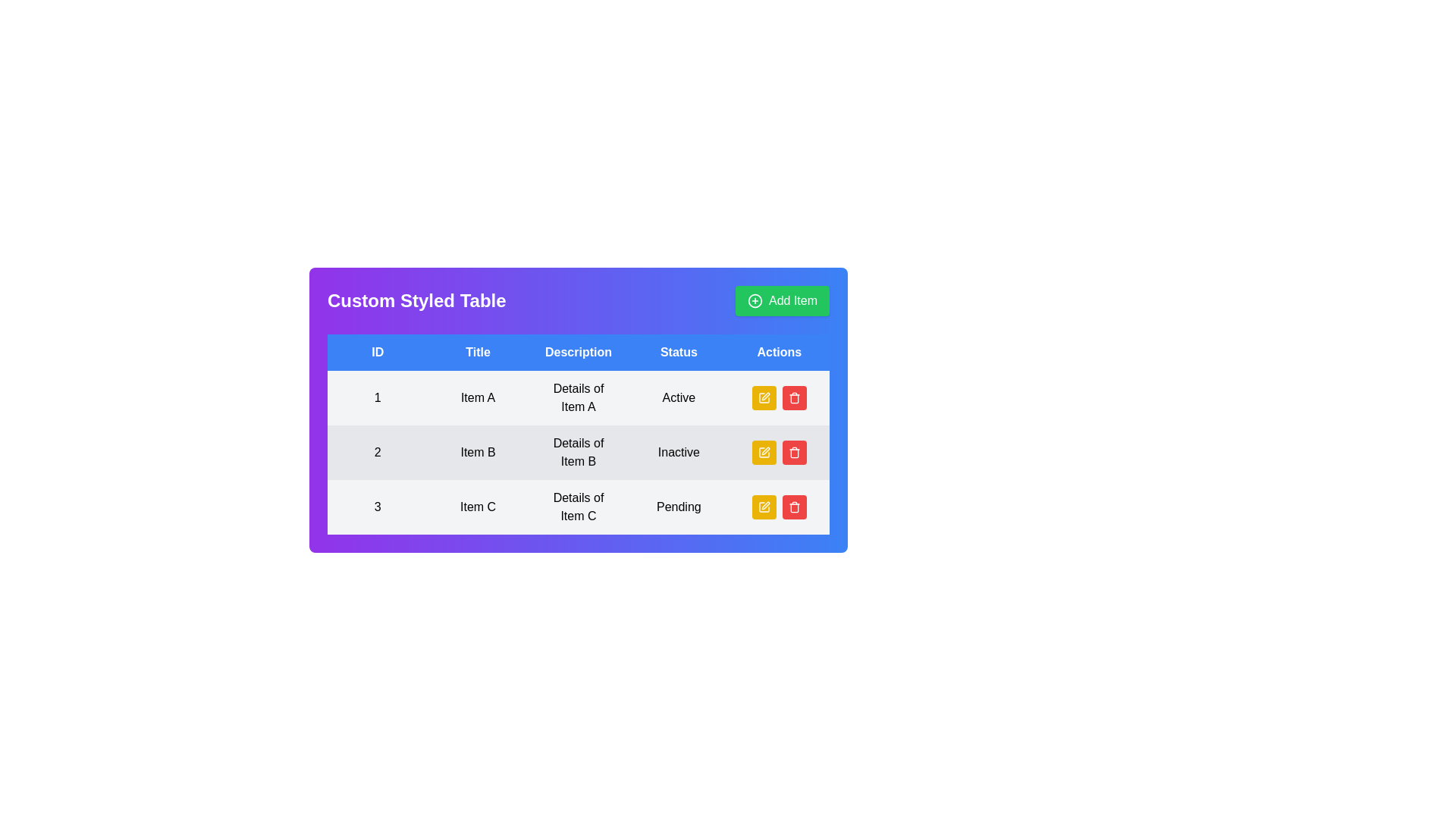  Describe the element at coordinates (764, 507) in the screenshot. I see `the yellow button with a white edit icon in the 'Actions' column of the last row for 'Item C'` at that location.